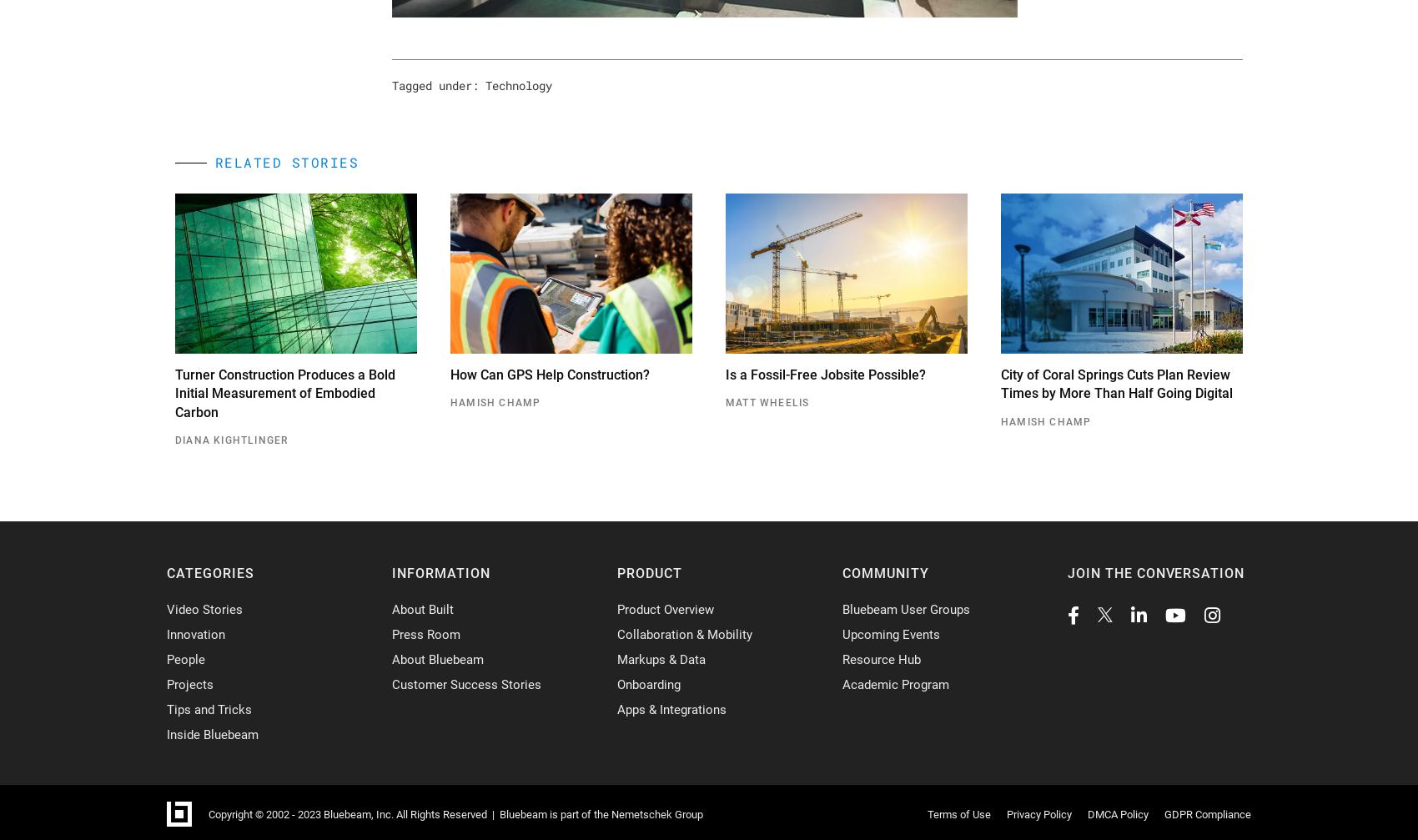 Image resolution: width=1418 pixels, height=840 pixels. I want to click on 'Related Stories', so click(285, 162).